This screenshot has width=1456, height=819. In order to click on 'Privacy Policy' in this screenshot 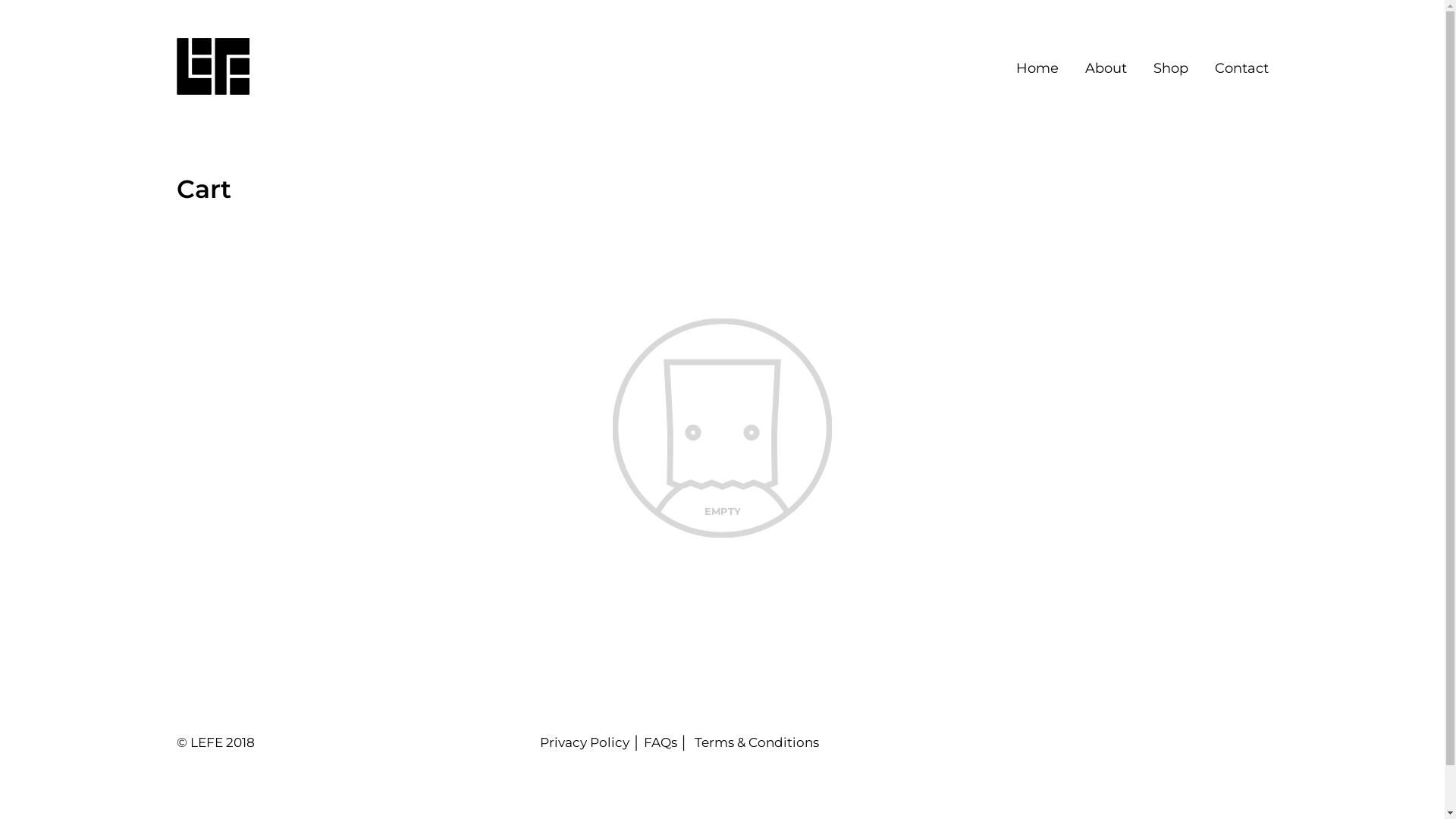, I will do `click(584, 742)`.